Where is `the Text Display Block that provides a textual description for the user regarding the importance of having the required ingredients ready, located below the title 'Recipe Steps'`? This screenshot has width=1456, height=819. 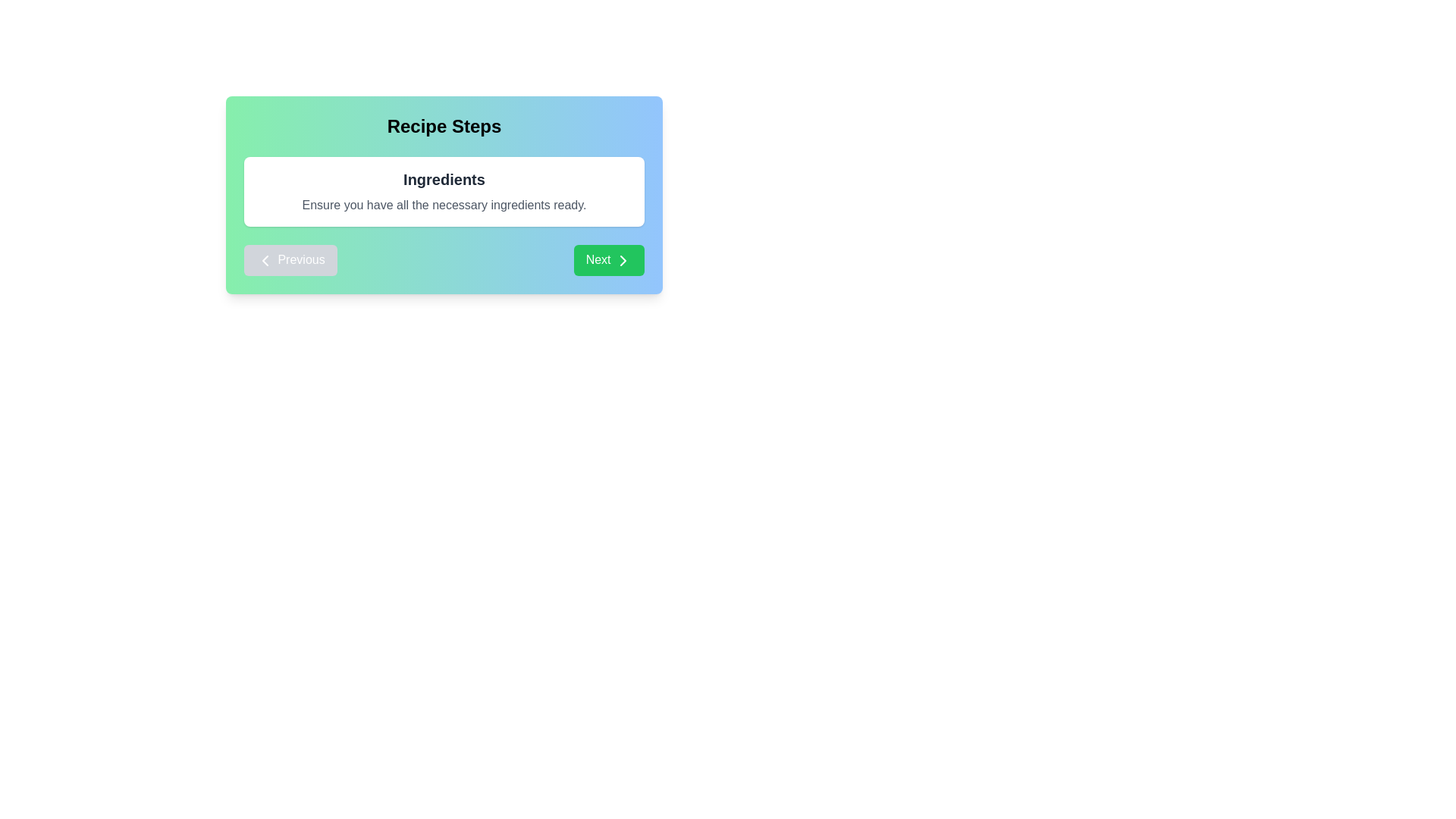
the Text Display Block that provides a textual description for the user regarding the importance of having the required ingredients ready, located below the title 'Recipe Steps' is located at coordinates (443, 191).